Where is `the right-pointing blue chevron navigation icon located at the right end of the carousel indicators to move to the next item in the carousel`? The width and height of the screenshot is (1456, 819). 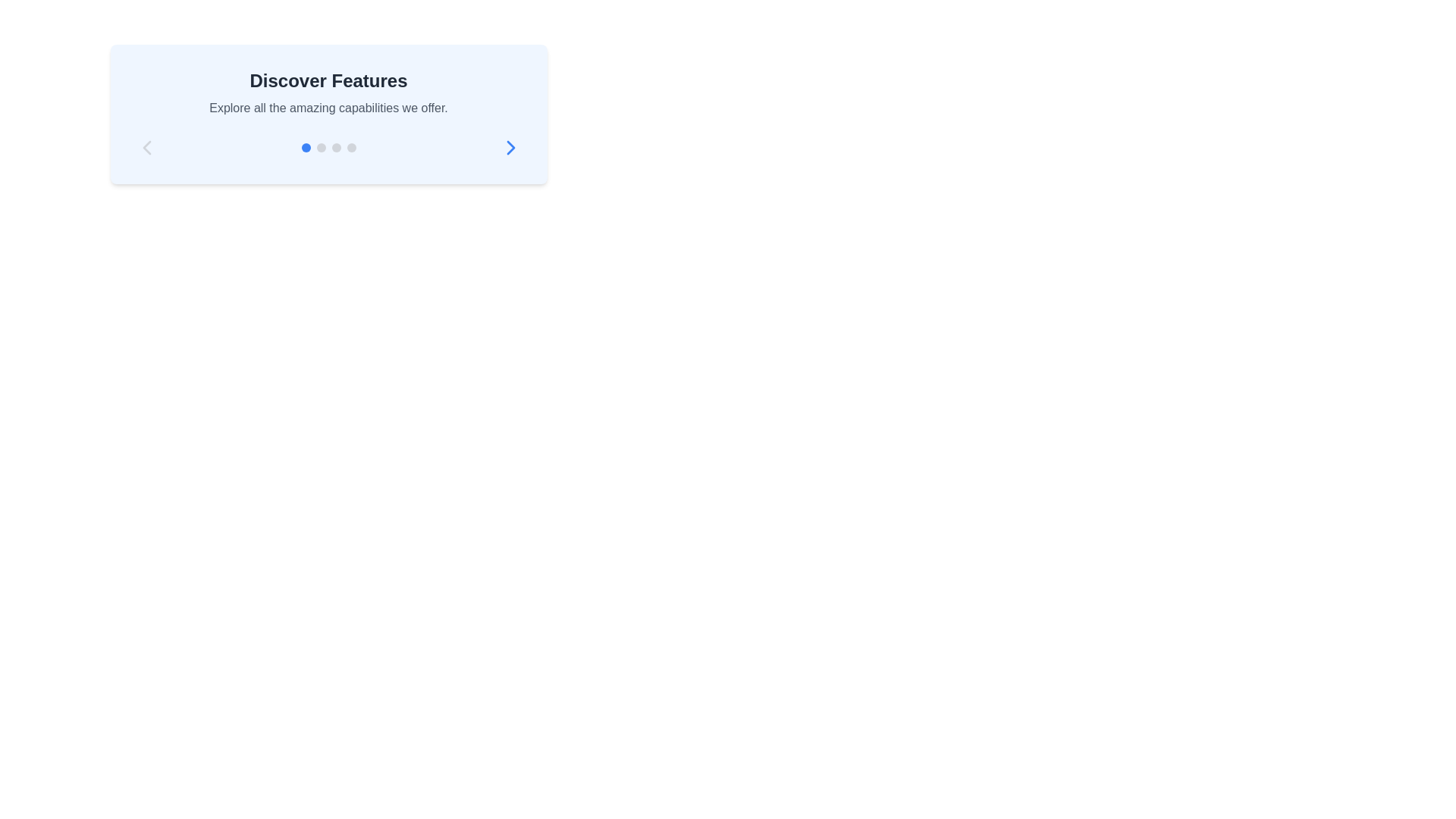 the right-pointing blue chevron navigation icon located at the right end of the carousel indicators to move to the next item in the carousel is located at coordinates (510, 148).